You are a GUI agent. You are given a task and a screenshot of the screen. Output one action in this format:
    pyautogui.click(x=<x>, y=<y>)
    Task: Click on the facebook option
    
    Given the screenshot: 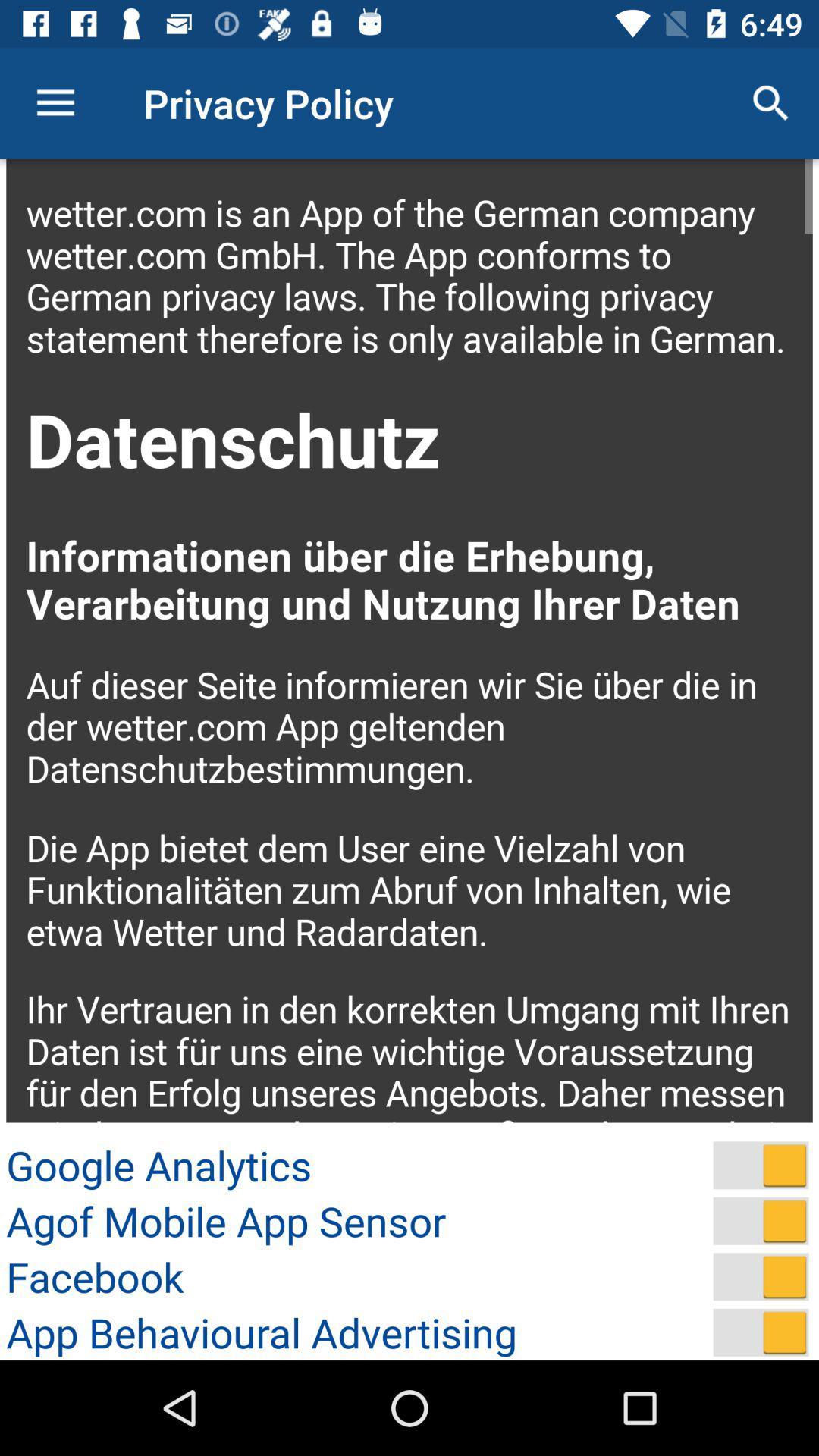 What is the action you would take?
    pyautogui.click(x=761, y=1276)
    